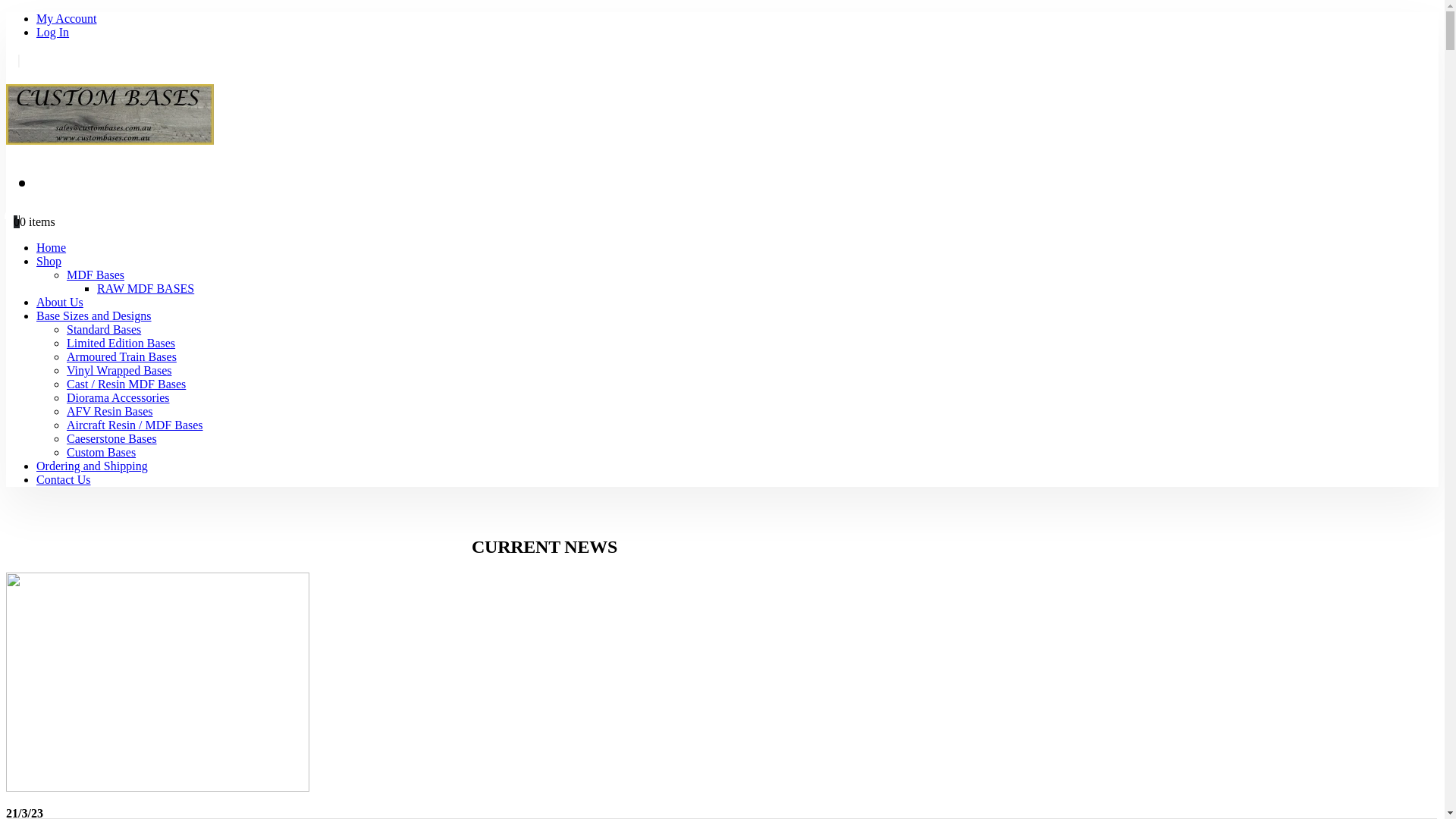  What do you see at coordinates (96, 288) in the screenshot?
I see `'RAW MDF BASES'` at bounding box center [96, 288].